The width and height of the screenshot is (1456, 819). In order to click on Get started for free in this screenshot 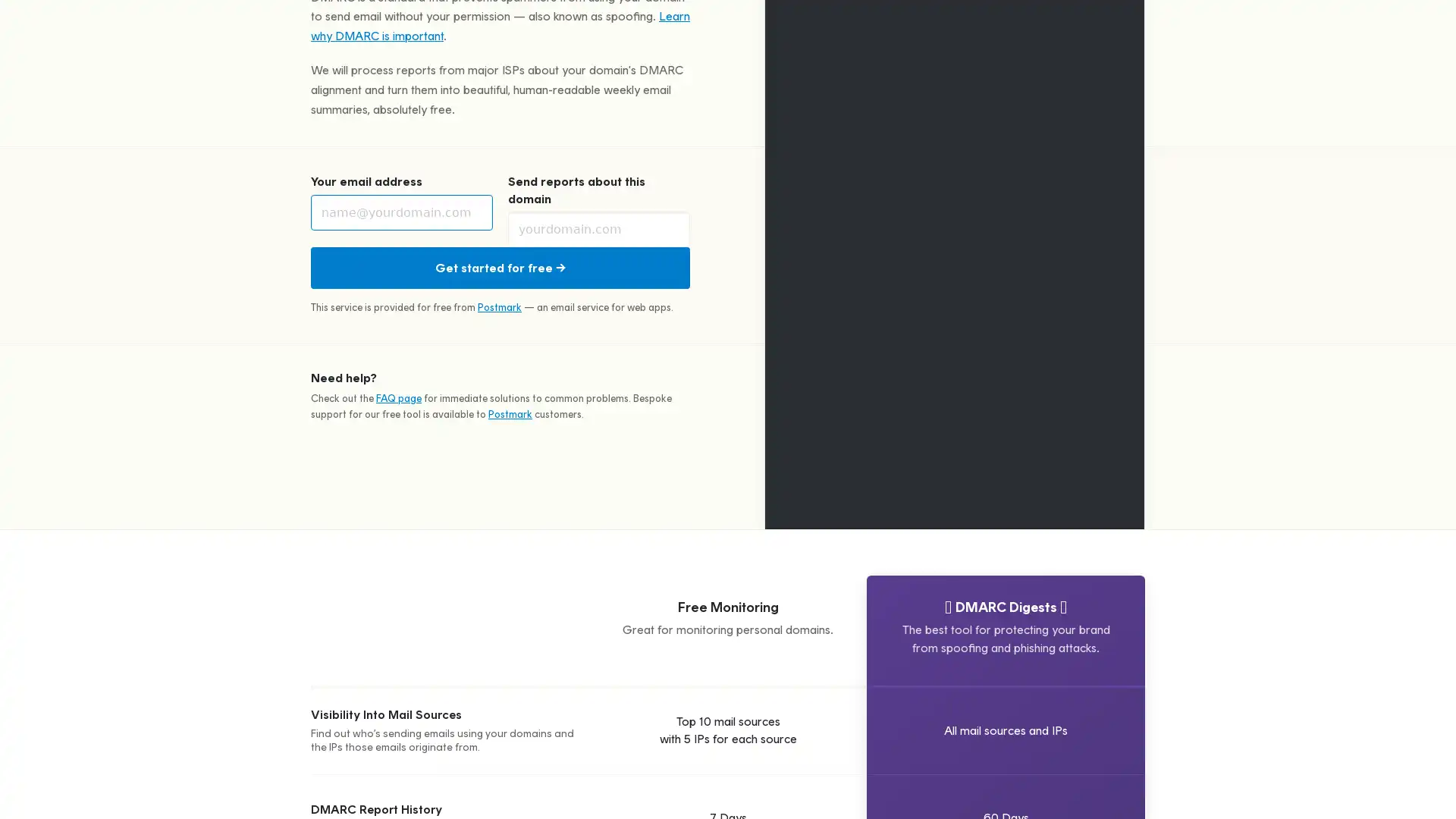, I will do `click(500, 267)`.